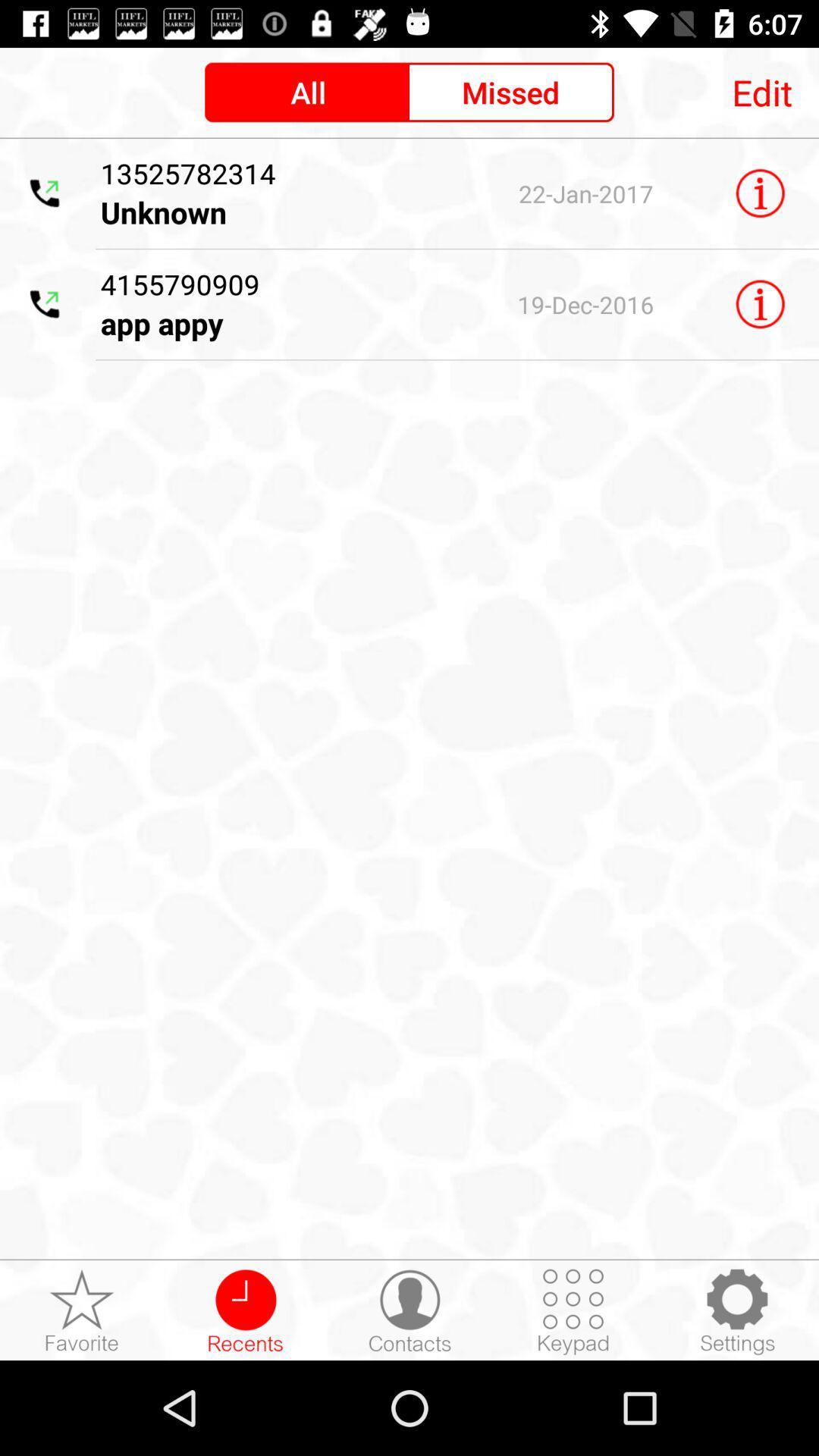  I want to click on recents button at the bottom, so click(245, 1310).